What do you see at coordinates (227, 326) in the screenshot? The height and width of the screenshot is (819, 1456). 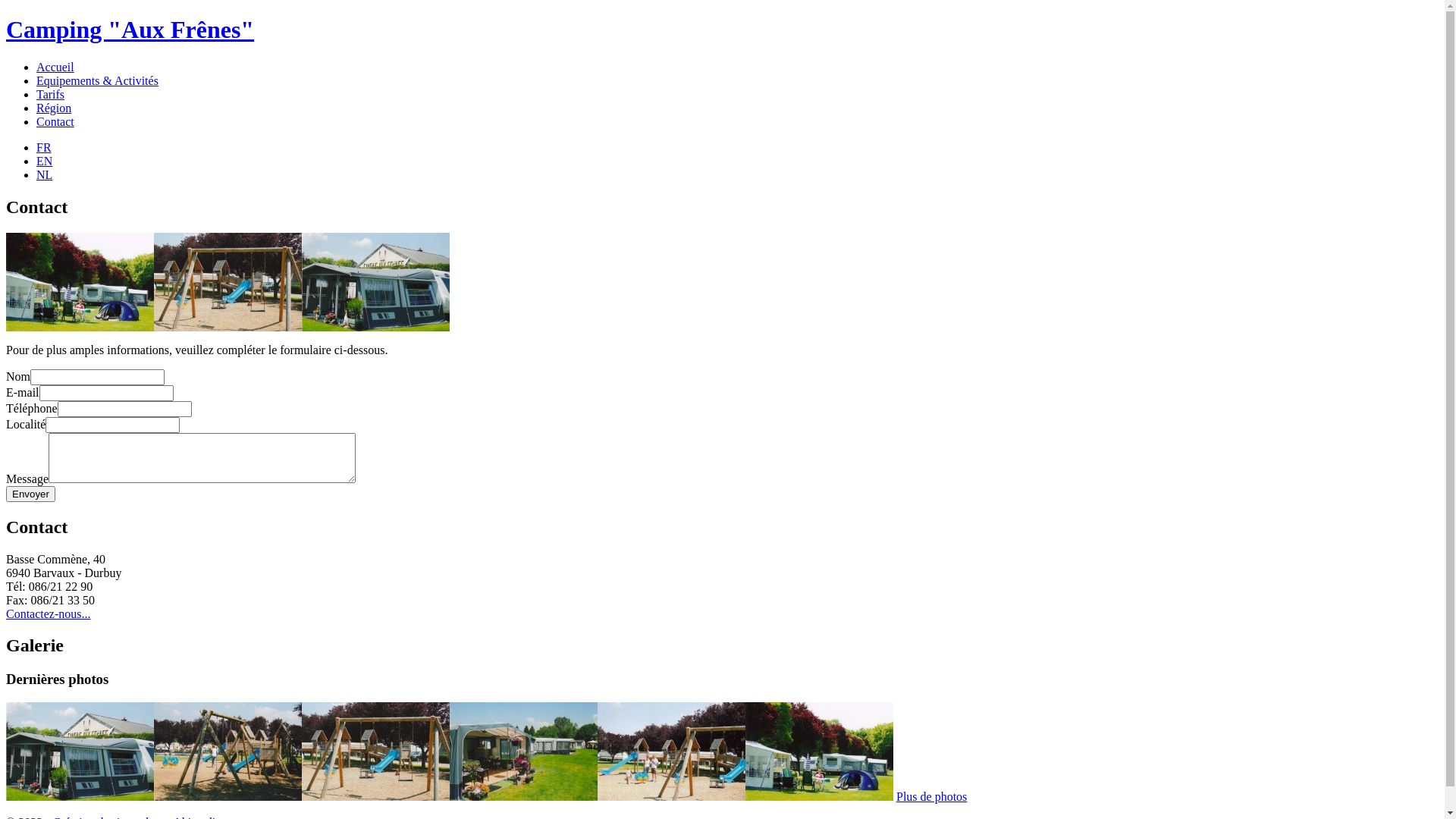 I see `'Plaine de jeux'` at bounding box center [227, 326].